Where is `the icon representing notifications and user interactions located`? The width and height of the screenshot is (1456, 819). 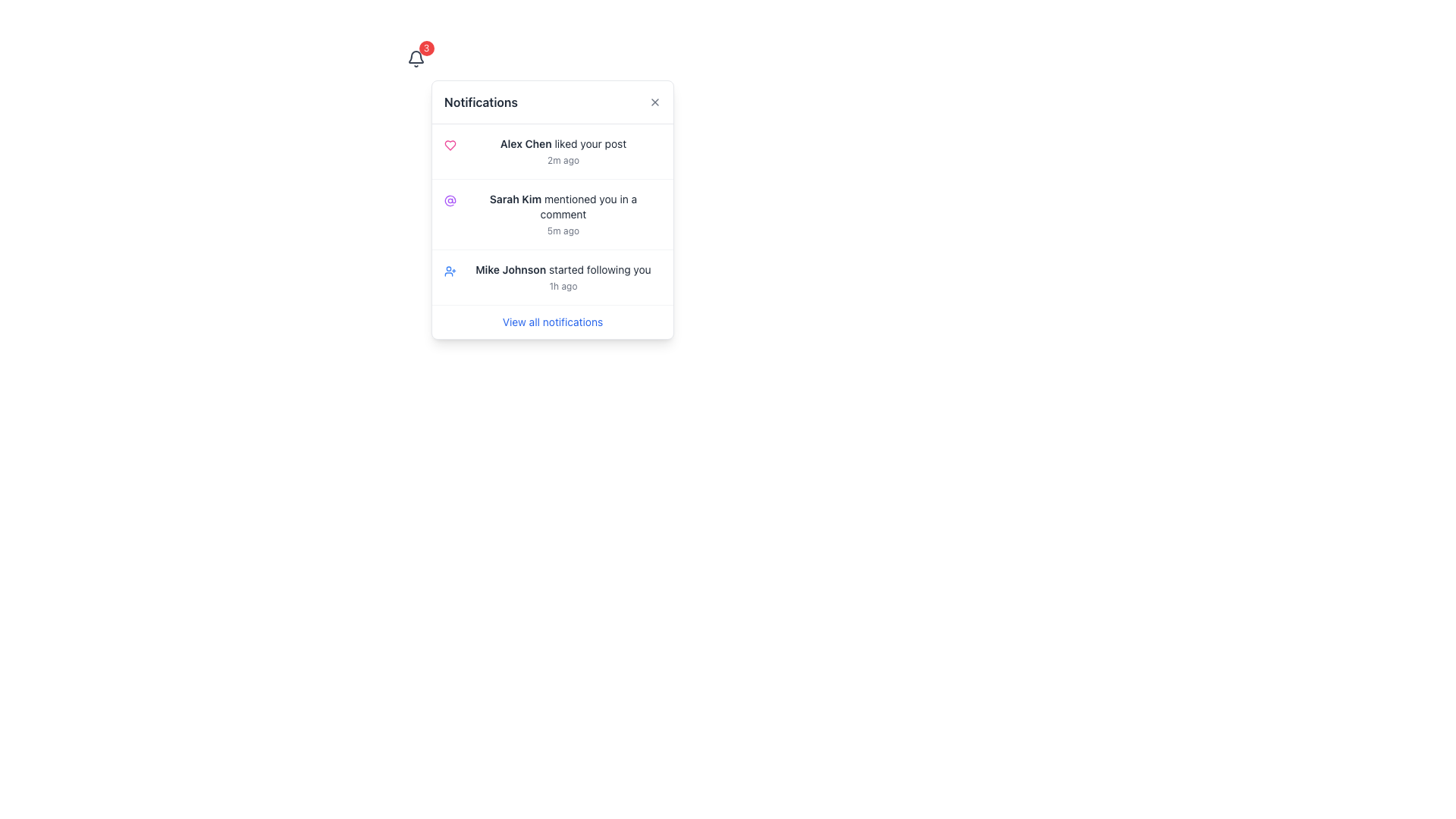 the icon representing notifications and user interactions located is located at coordinates (450, 200).